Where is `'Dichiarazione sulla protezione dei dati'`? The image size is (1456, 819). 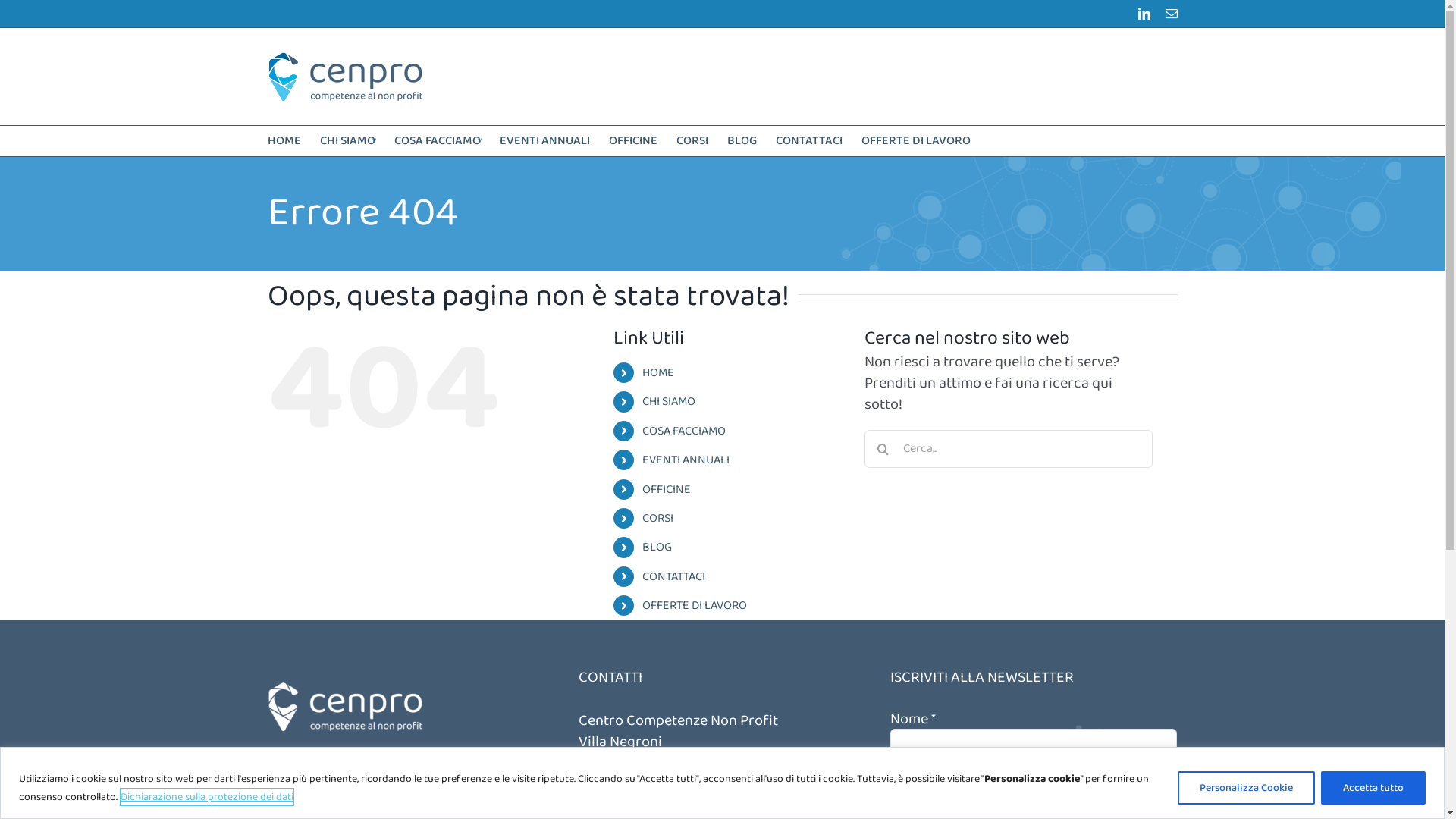 'Dichiarazione sulla protezione dei dati' is located at coordinates (119, 795).